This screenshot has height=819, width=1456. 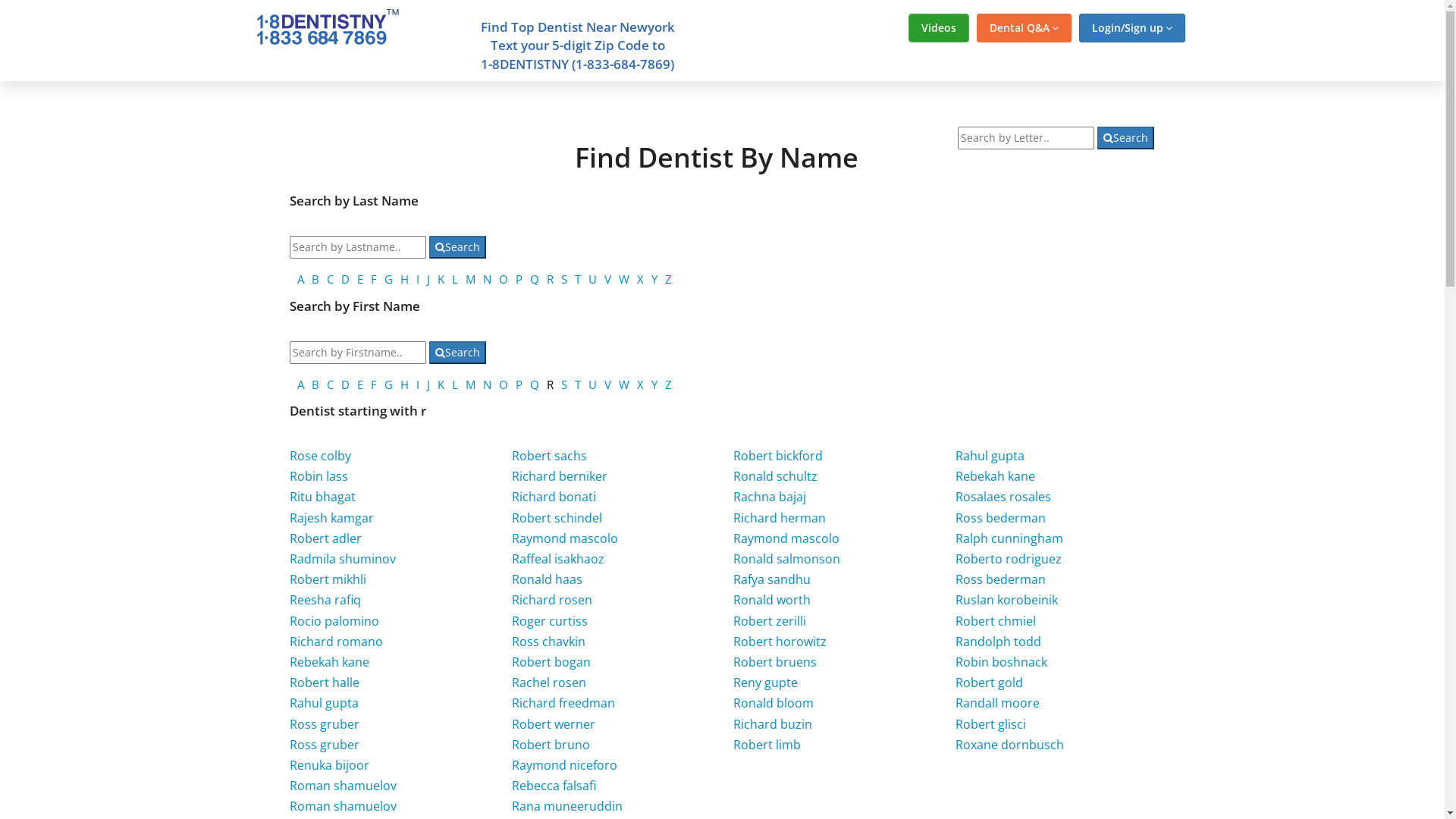 I want to click on 'Ronald worth', so click(x=771, y=598).